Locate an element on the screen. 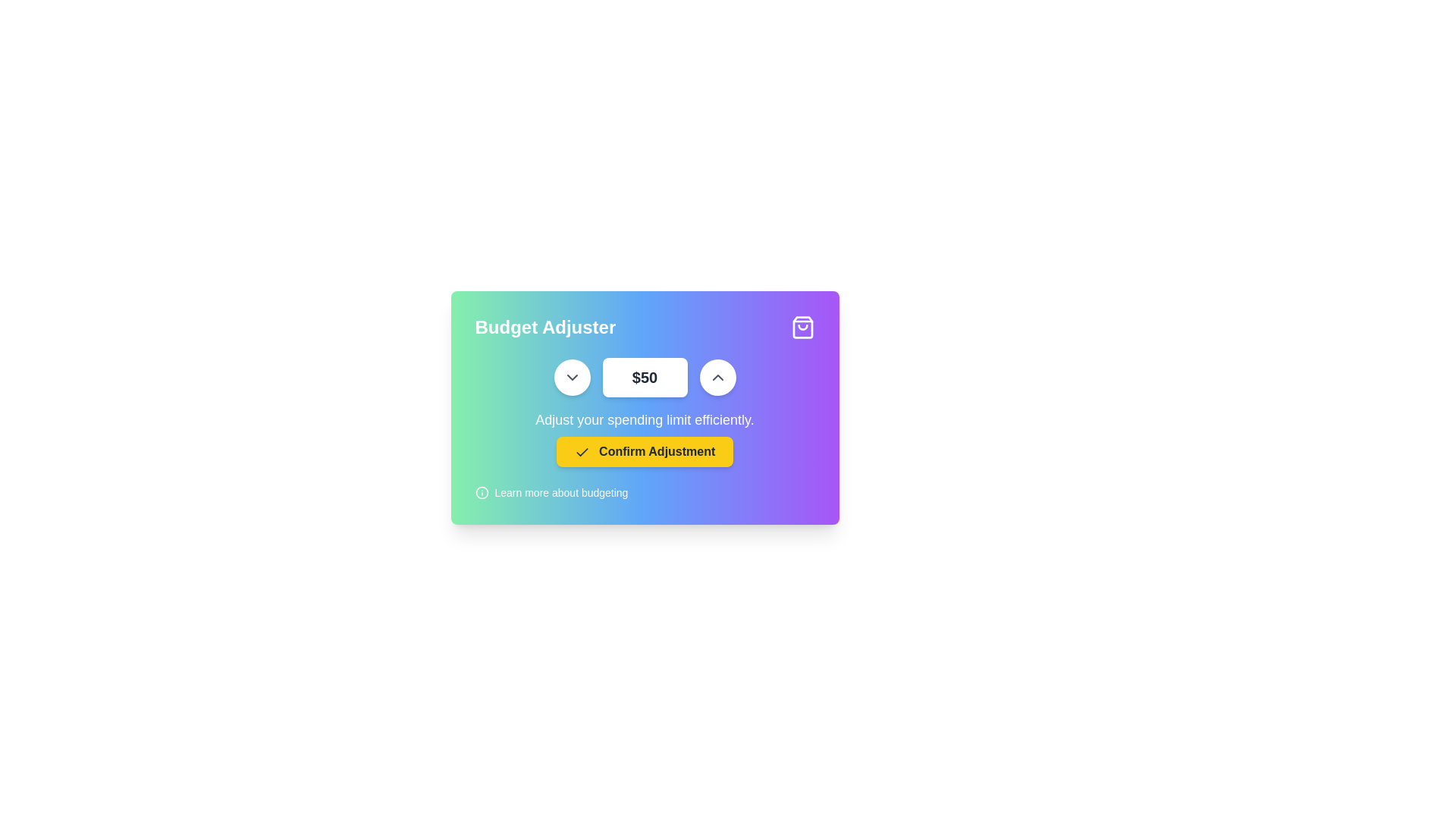  the small checkmark icon with a yellow background, which is located to the left of the text 'Confirm Adjustment' within the yellow button at the bottom center of the colorful gradient card is located at coordinates (581, 451).